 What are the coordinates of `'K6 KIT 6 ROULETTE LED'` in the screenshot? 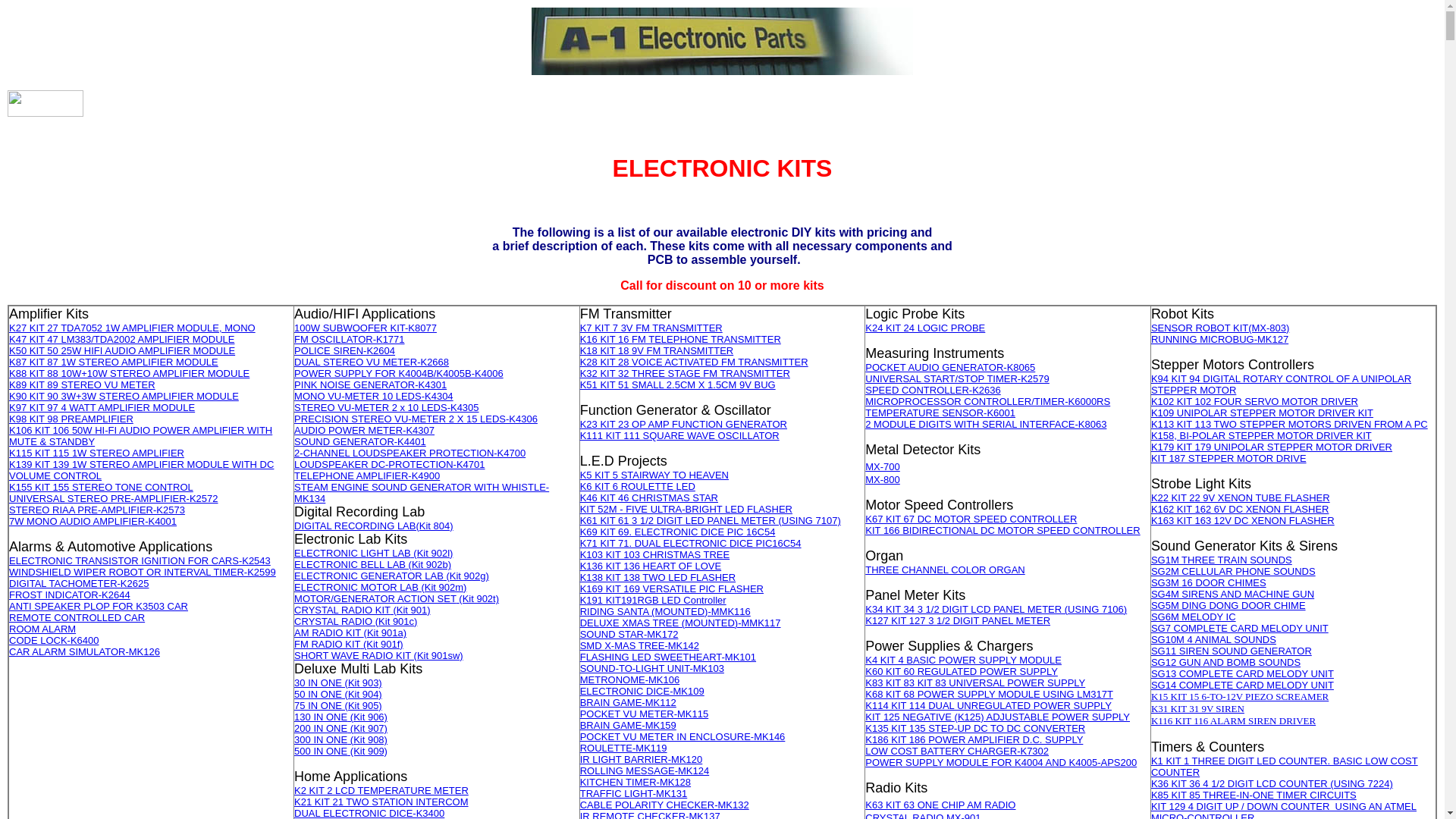 It's located at (637, 486).